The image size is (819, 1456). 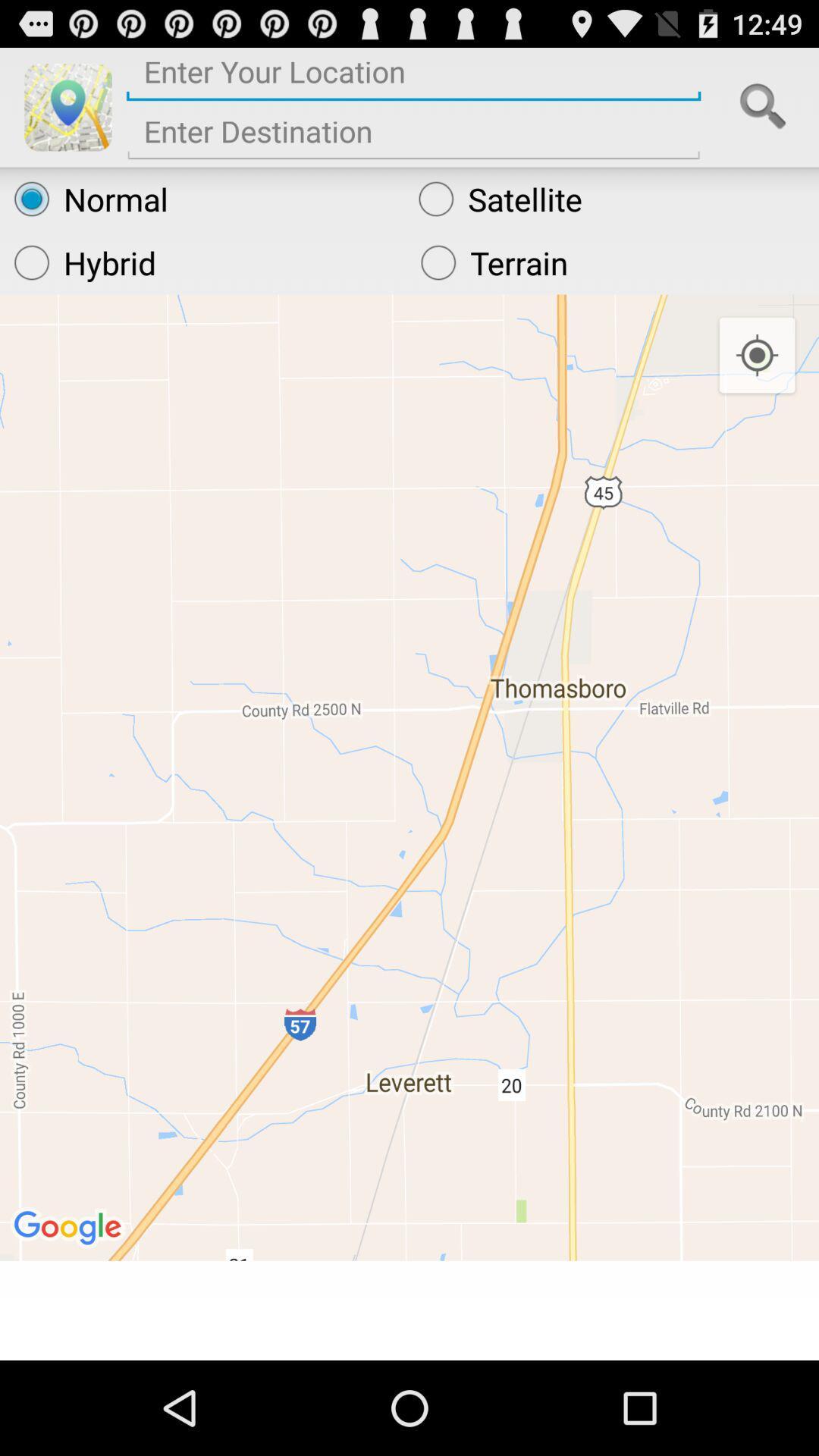 What do you see at coordinates (201, 198) in the screenshot?
I see `the normal radio button` at bounding box center [201, 198].